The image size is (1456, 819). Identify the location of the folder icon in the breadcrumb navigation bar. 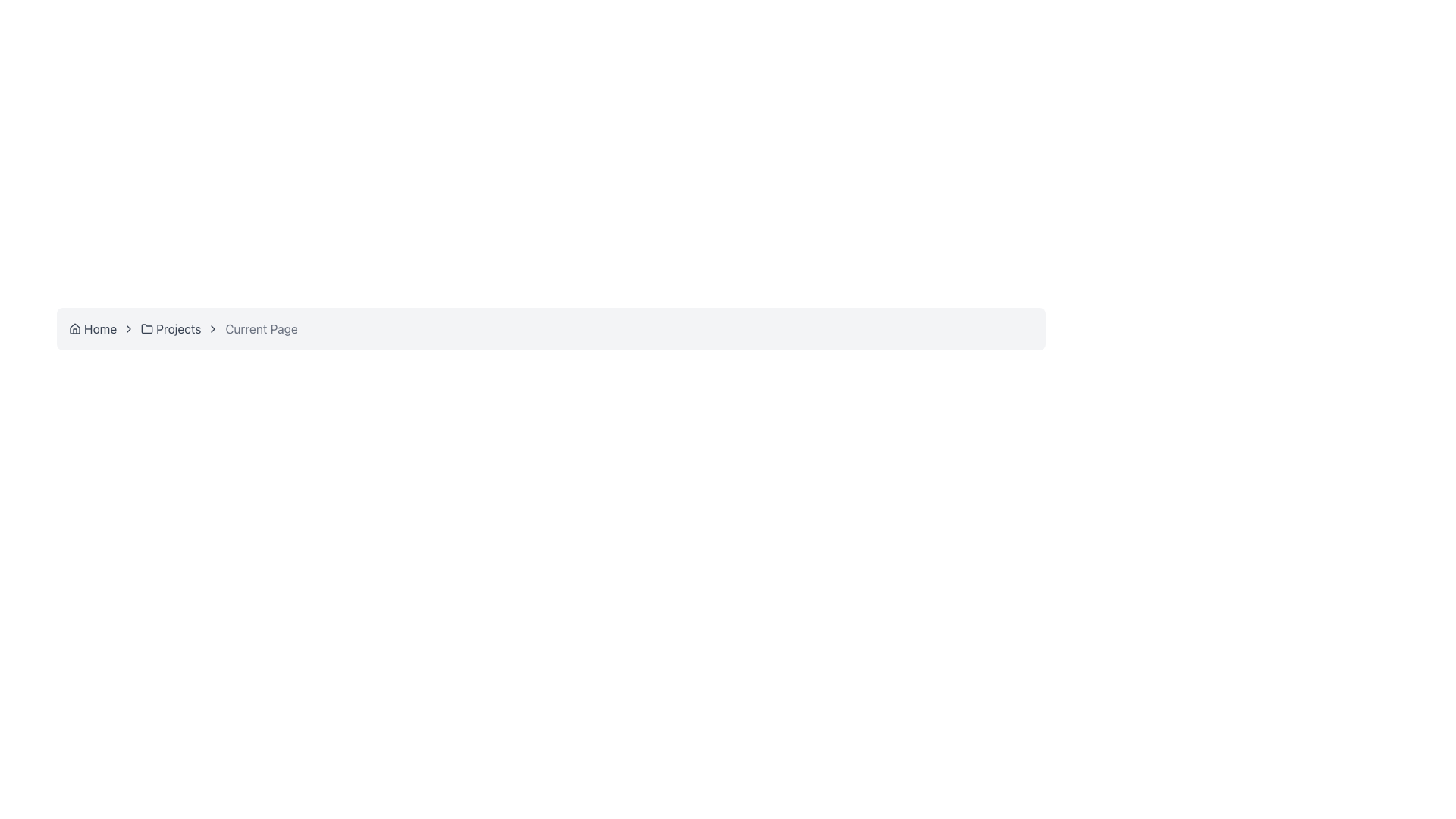
(147, 328).